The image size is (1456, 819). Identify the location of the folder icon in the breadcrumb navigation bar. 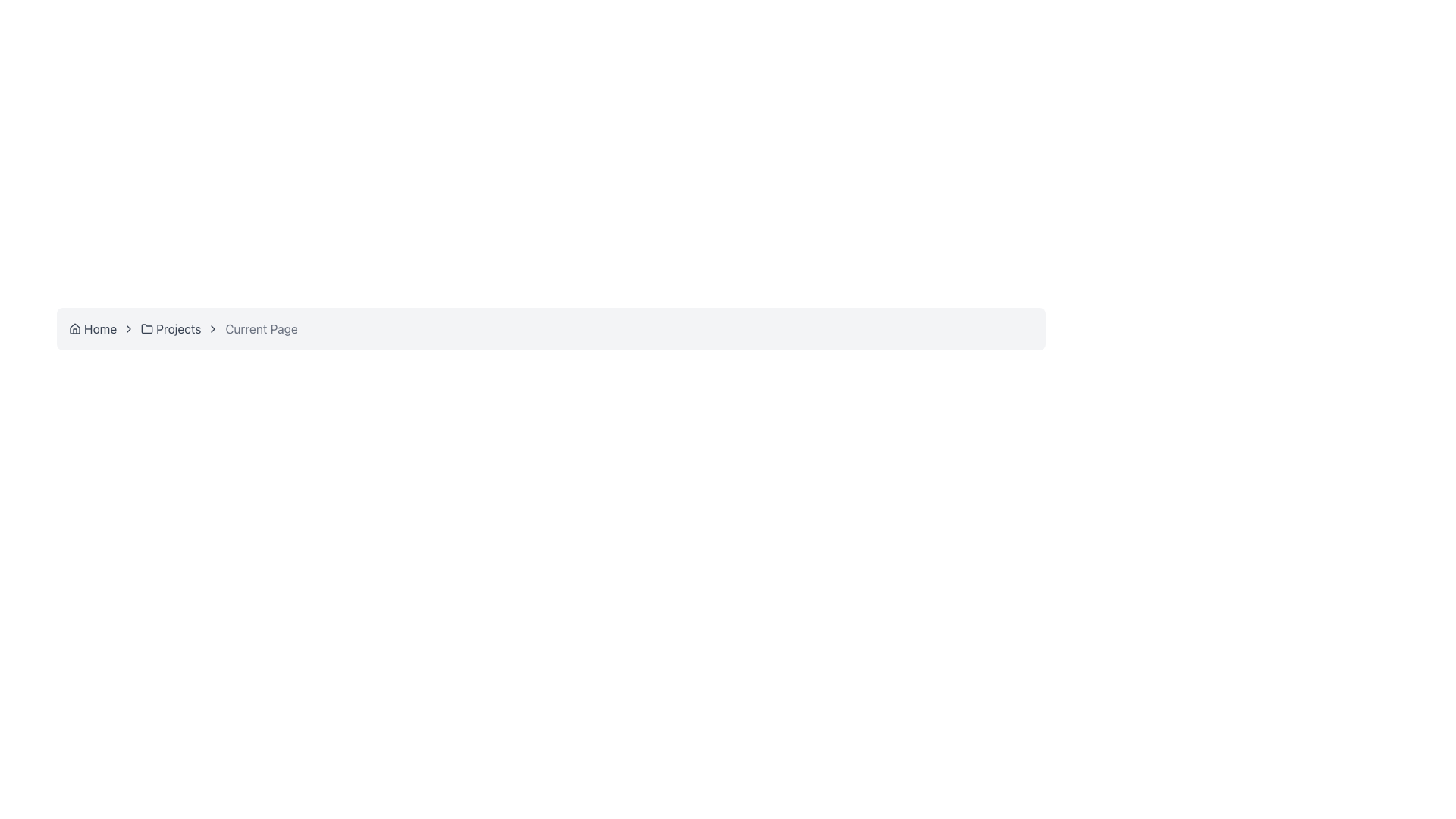
(147, 328).